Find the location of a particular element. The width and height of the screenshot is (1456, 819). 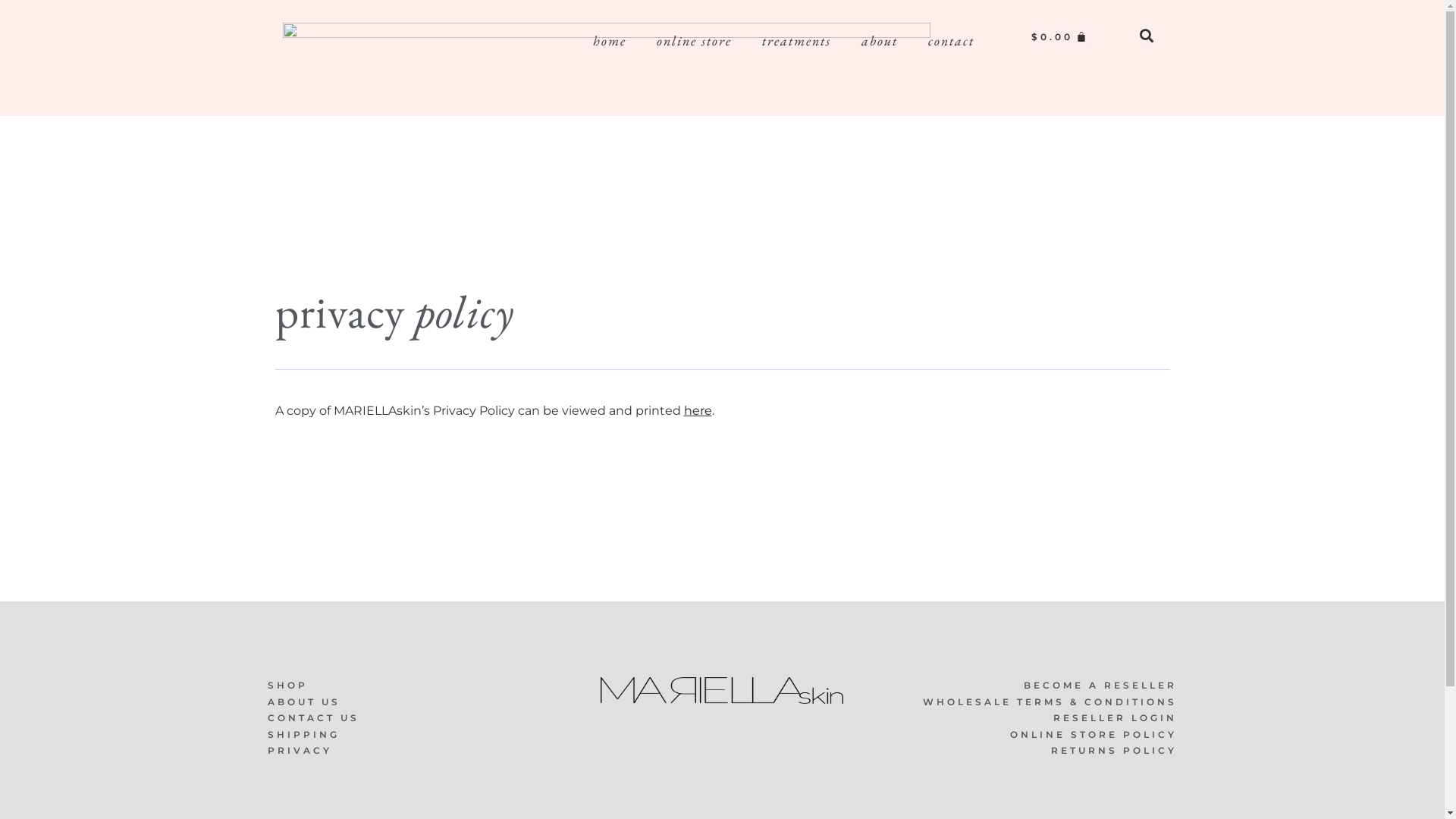

'WHOLESALE TERMS & CONDITIONS' is located at coordinates (1025, 701).